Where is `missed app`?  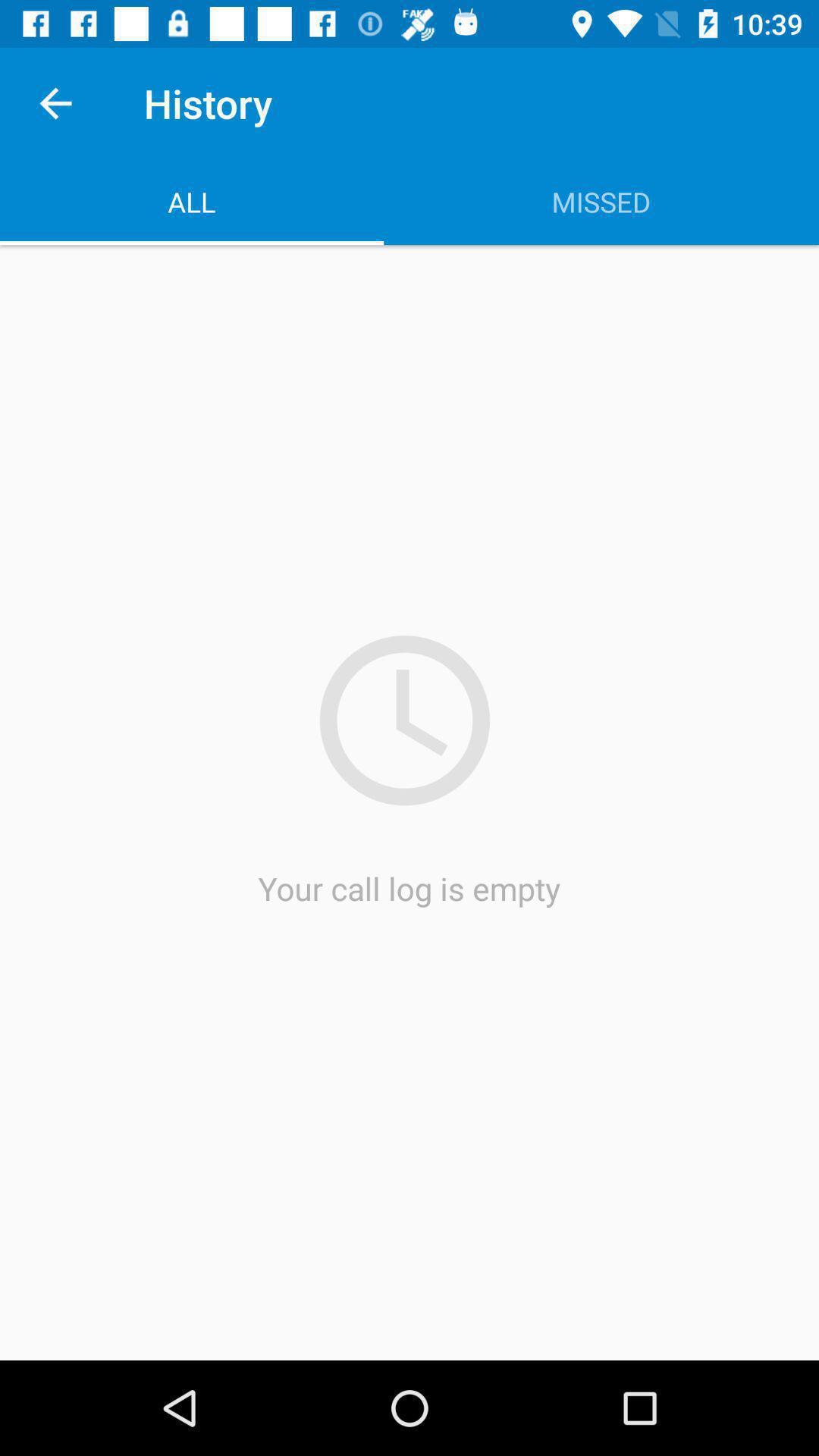
missed app is located at coordinates (601, 201).